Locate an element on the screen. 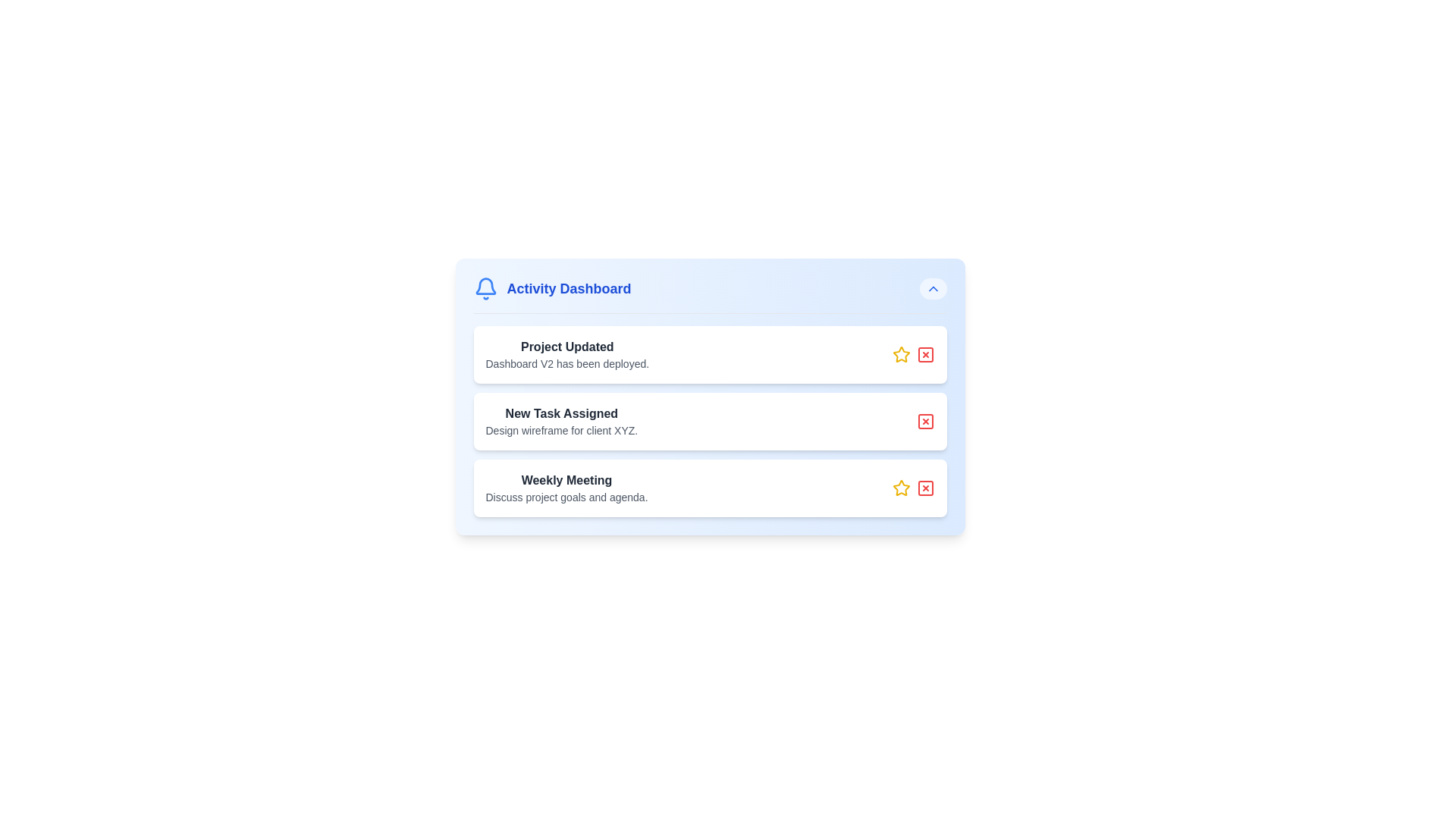 This screenshot has height=819, width=1456. text label displaying 'Activity Dashboard' which is prominently positioned on a light blue background, aligning horizontally with a bell icon to its left is located at coordinates (568, 289).